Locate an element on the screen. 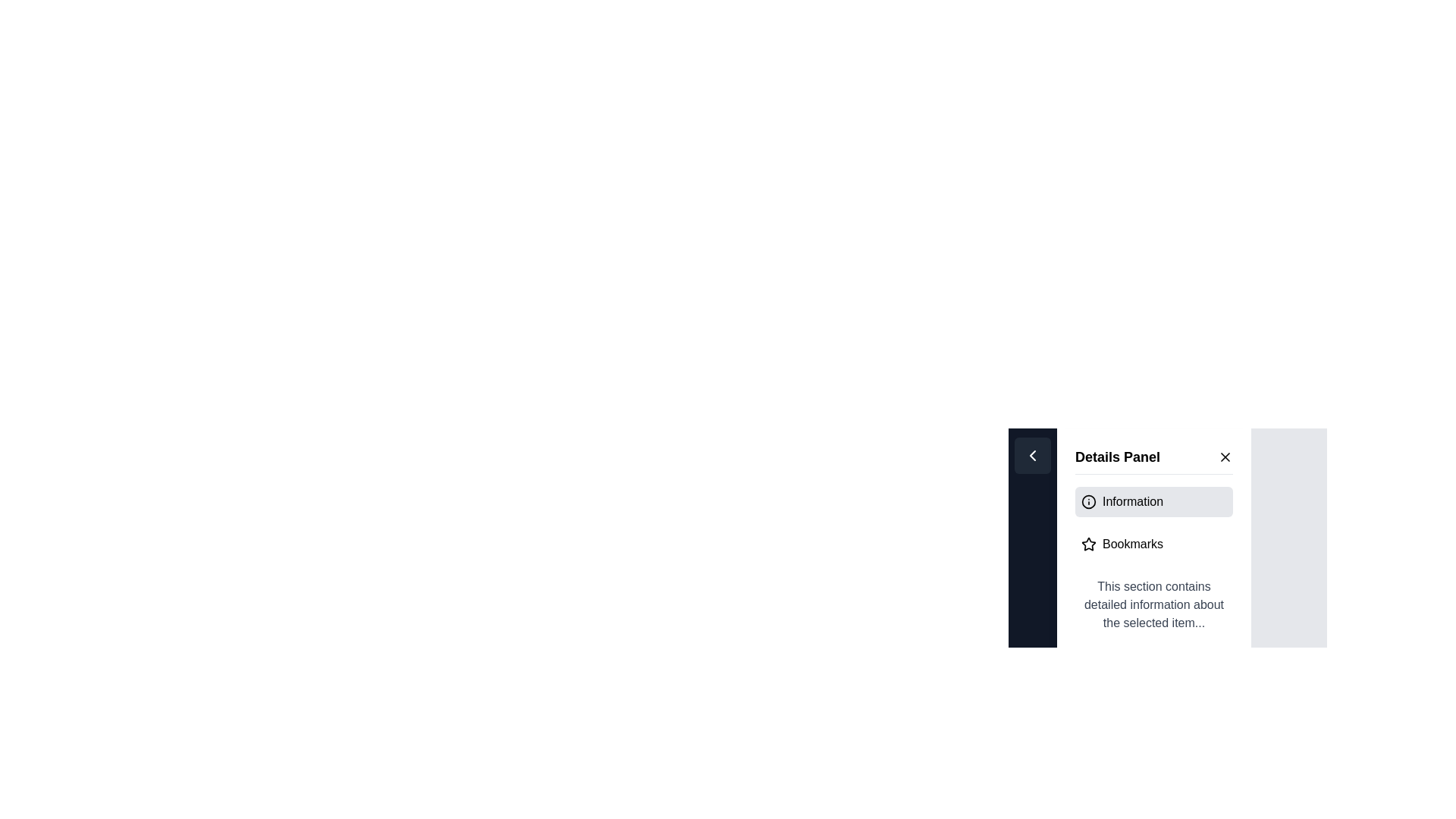 The image size is (1456, 819). the 'Bookmarks' button, which is the second item in a vertically stacked list within a details panel is located at coordinates (1153, 543).